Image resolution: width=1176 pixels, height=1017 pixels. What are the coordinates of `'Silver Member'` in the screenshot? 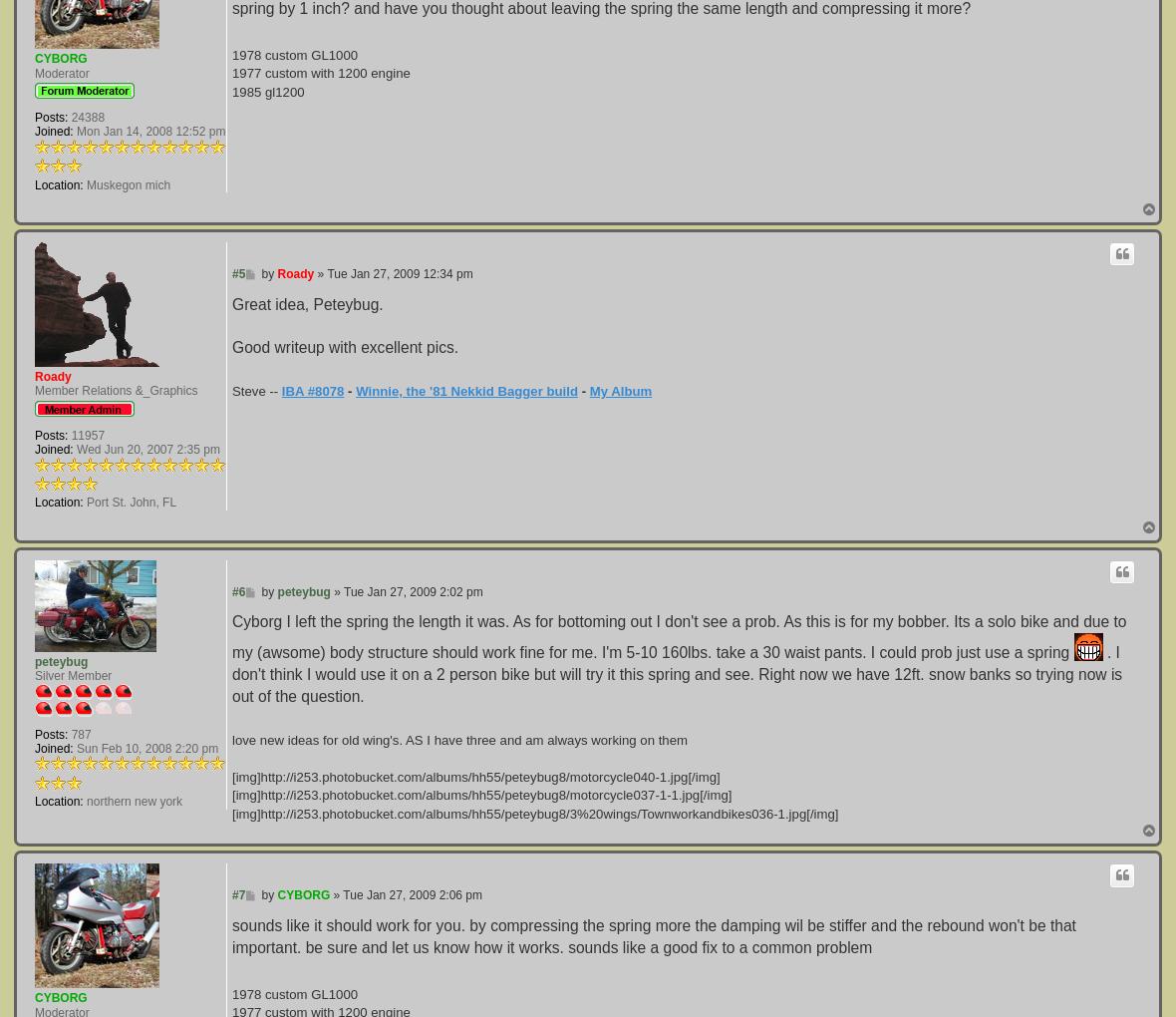 It's located at (72, 675).